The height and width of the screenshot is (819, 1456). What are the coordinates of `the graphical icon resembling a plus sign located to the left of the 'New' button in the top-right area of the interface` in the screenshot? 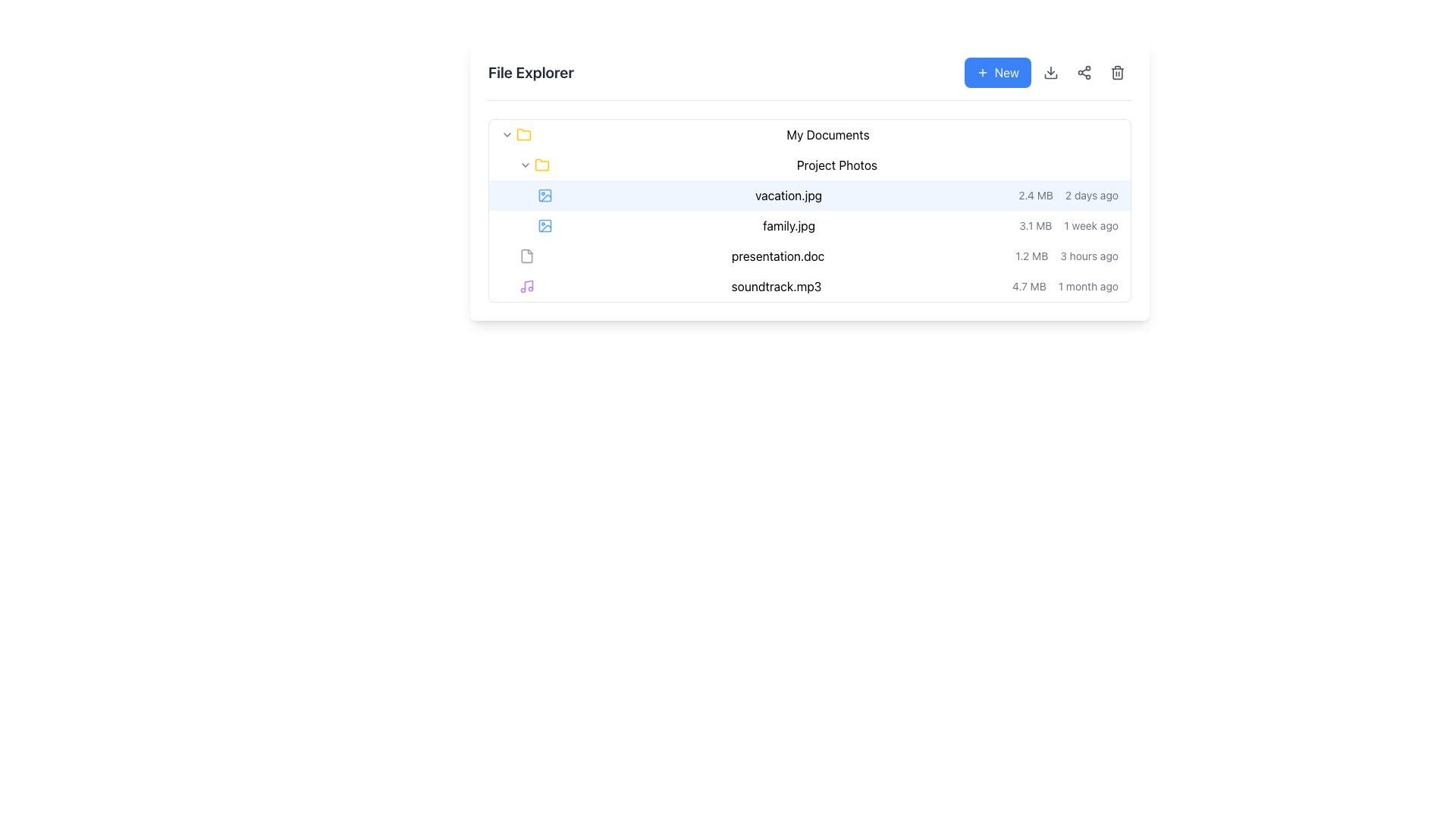 It's located at (982, 73).